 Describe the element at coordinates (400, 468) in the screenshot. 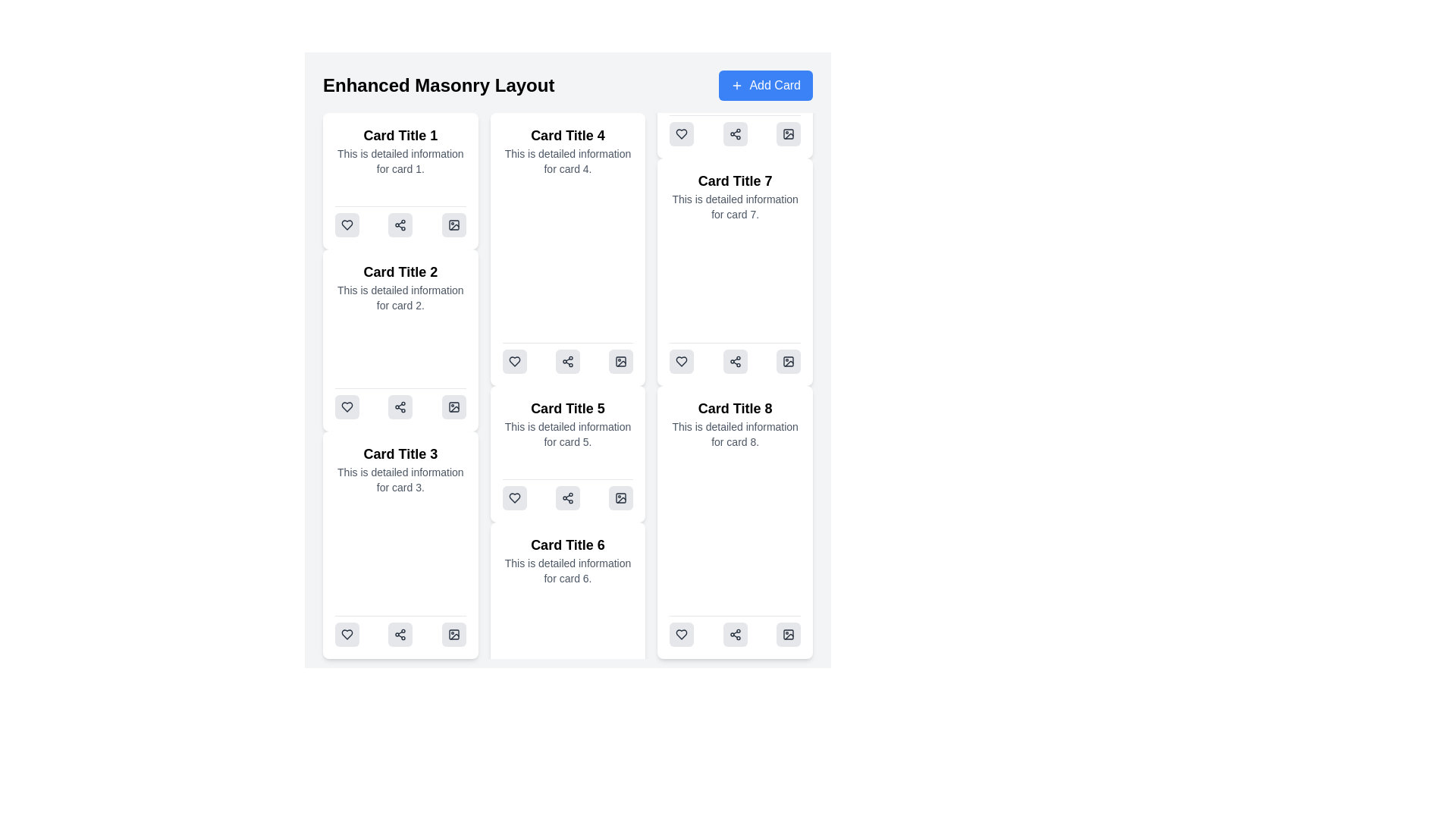

I see `information displayed in the text block titled 'Card Title 3', which contains the descriptive line 'This is detailed information for card 3.'` at that location.